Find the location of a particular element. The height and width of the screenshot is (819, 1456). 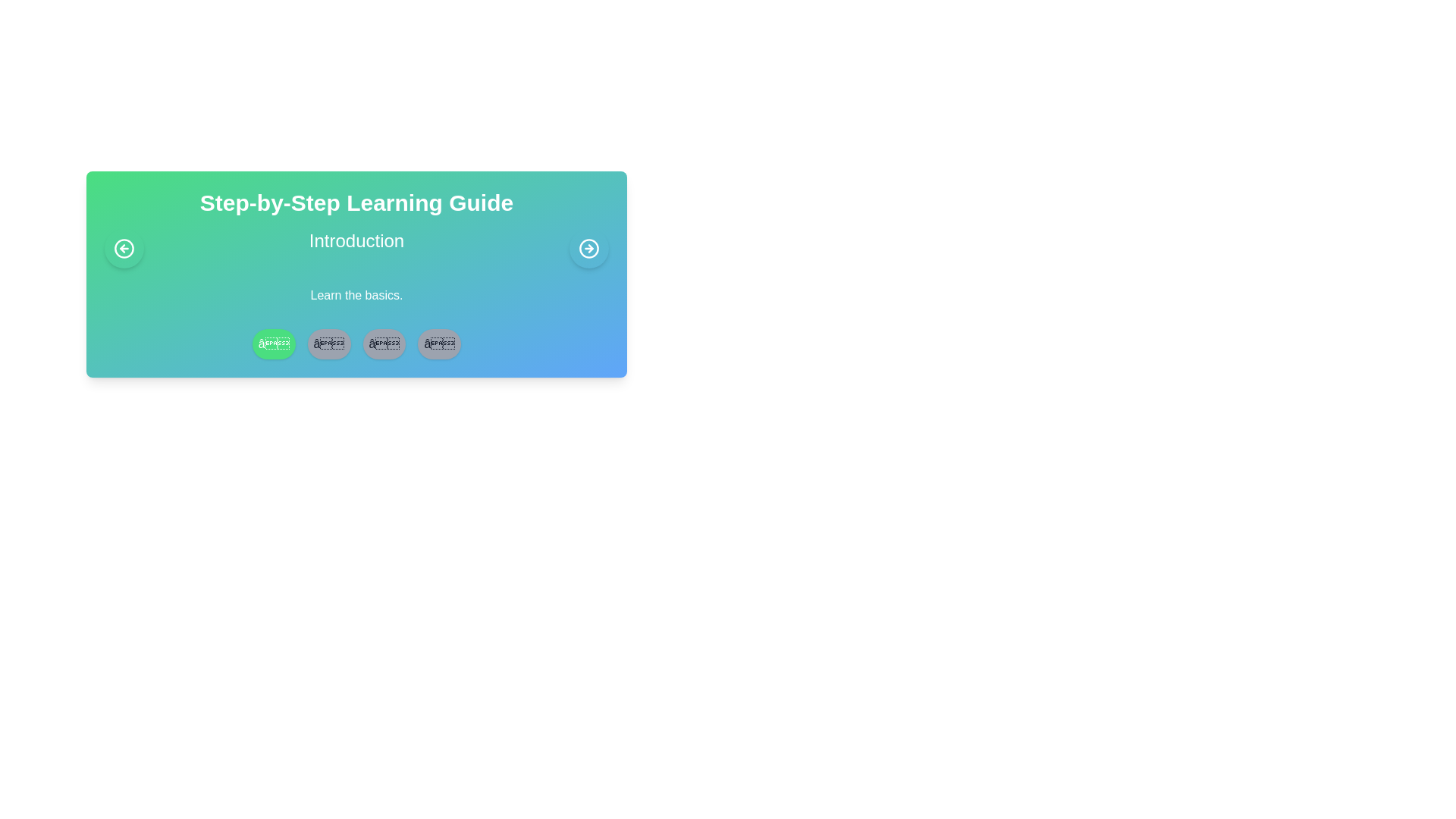

the small right-pointing arrow icon, which is a chevron shape within a circular icon on the rightmost side of the header area of the gradient-colored card is located at coordinates (590, 247).